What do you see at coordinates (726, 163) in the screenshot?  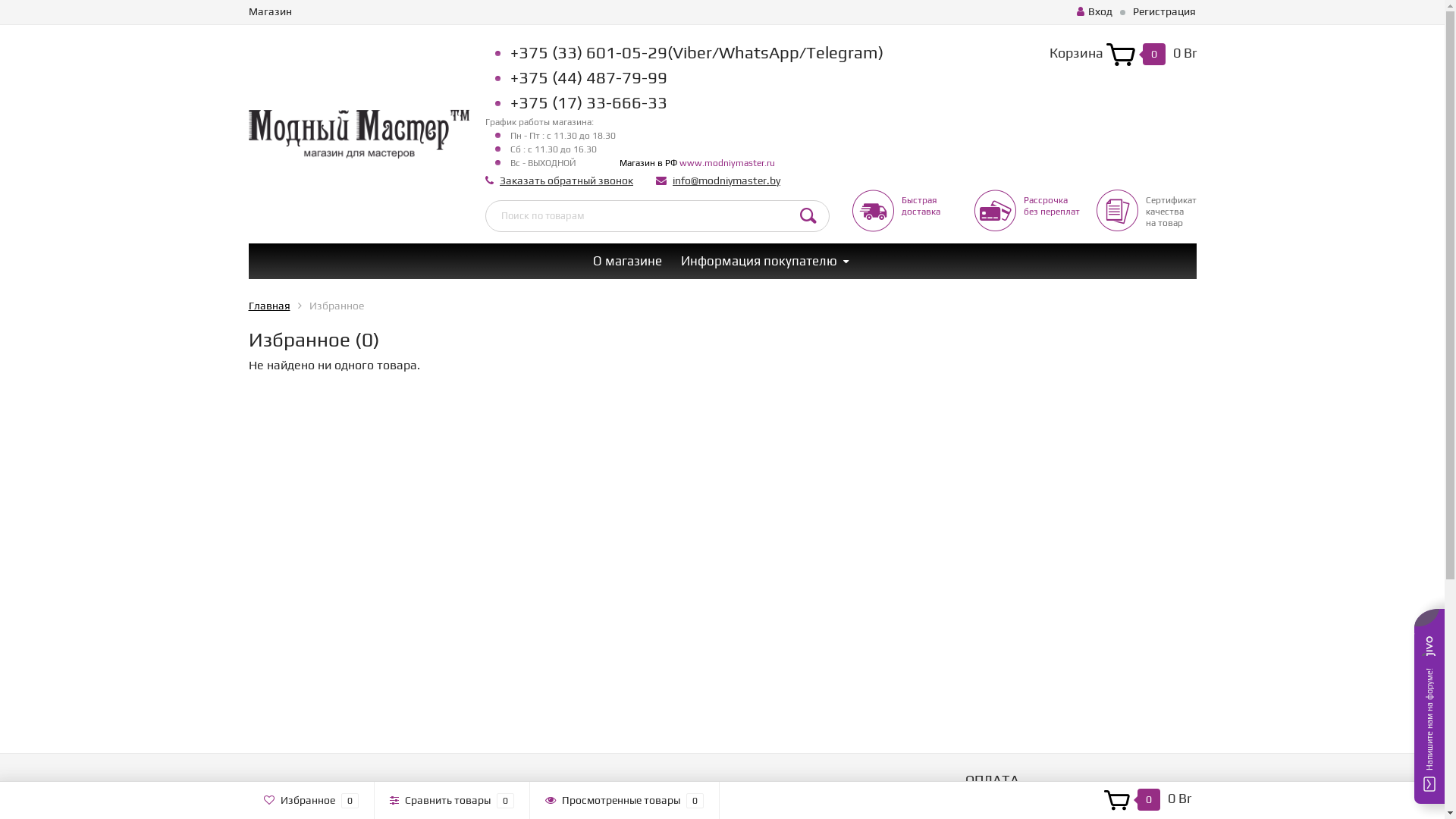 I see `'www.modniymaster.ru'` at bounding box center [726, 163].